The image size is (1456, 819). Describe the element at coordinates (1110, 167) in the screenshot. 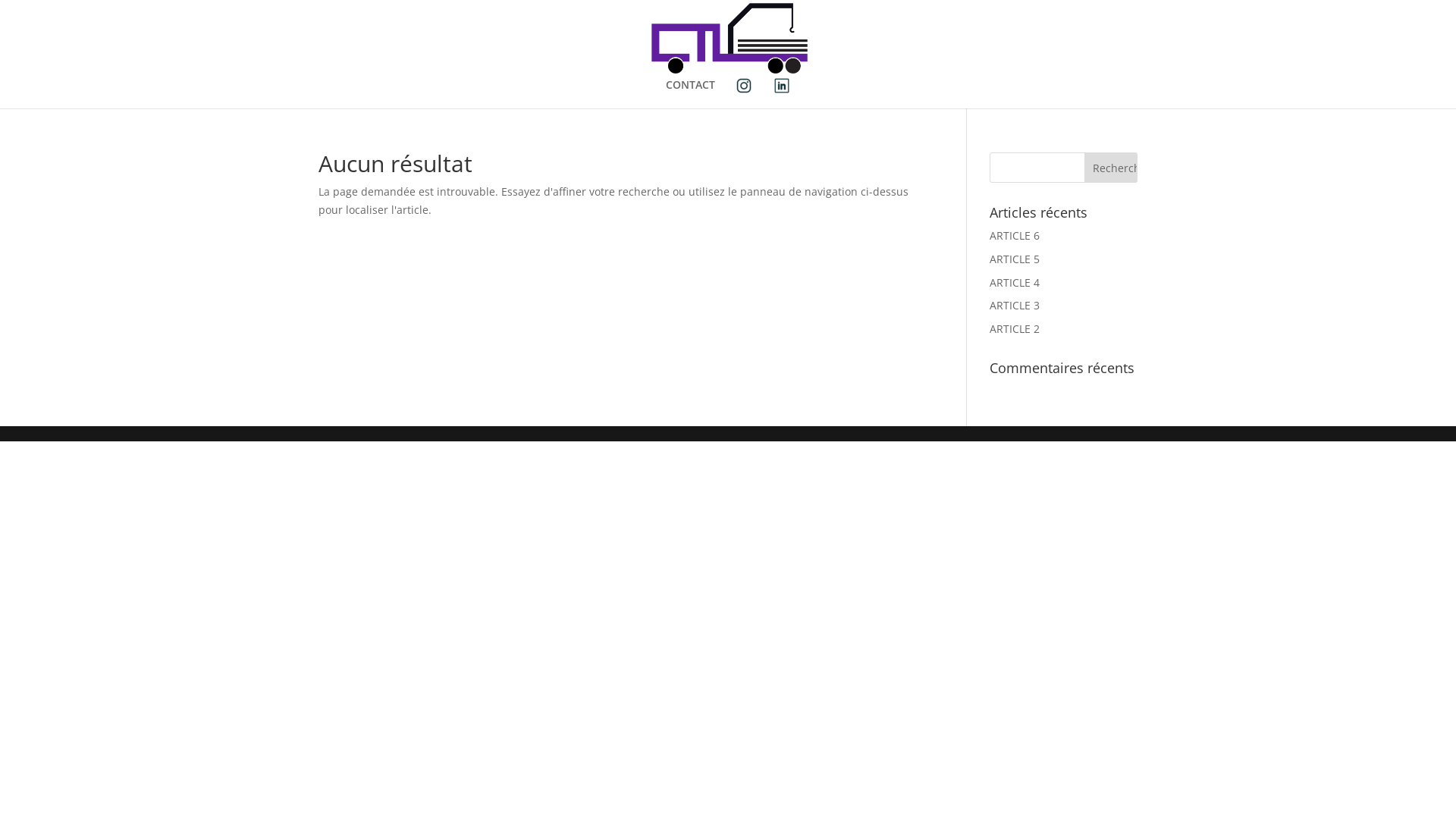

I see `'Rechercher'` at that location.